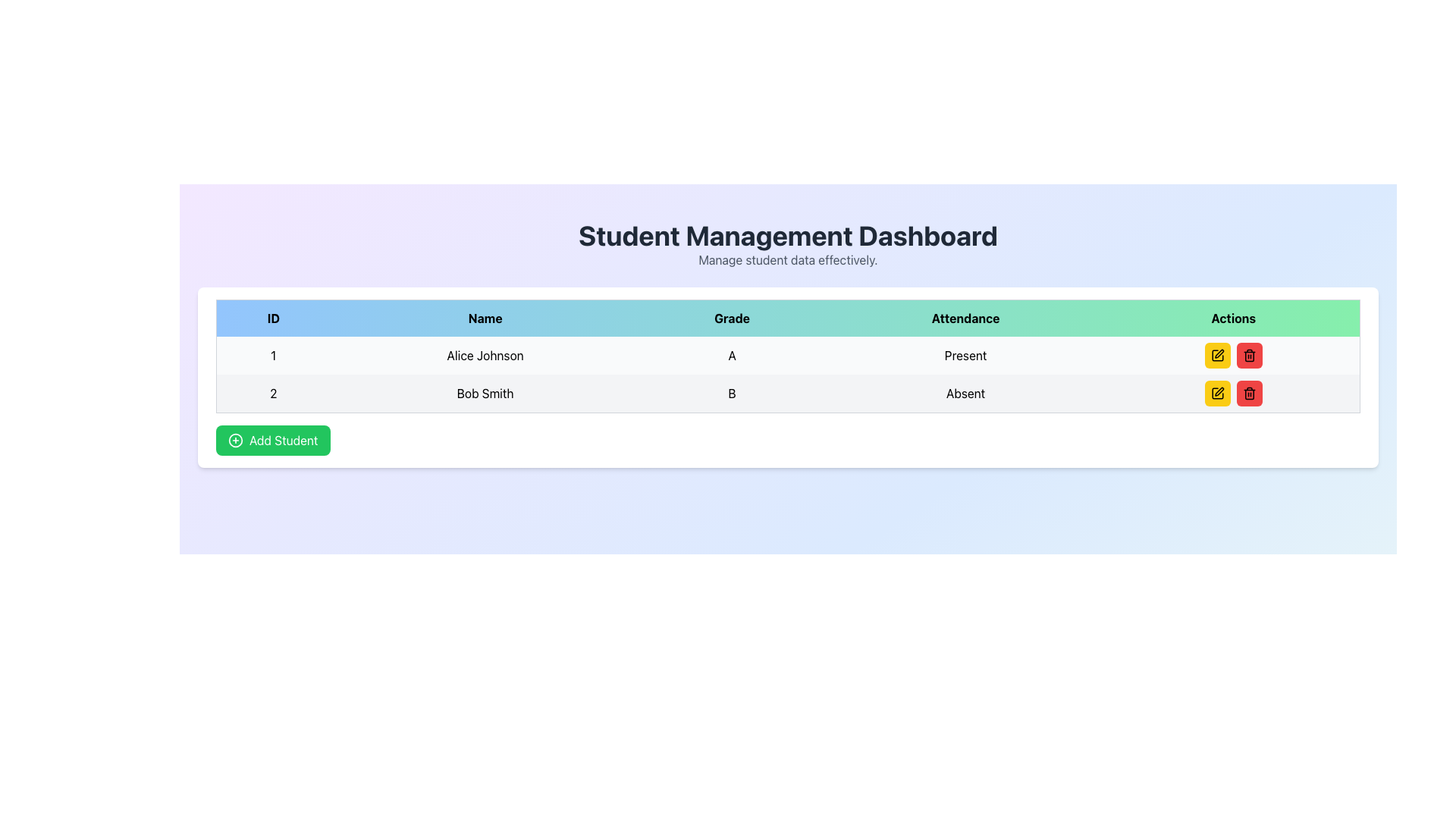 This screenshot has height=819, width=1456. Describe the element at coordinates (788, 317) in the screenshot. I see `the Table Header element with a gradient background that reads 'ID, Name, Grade, Attendance, Actions'` at that location.